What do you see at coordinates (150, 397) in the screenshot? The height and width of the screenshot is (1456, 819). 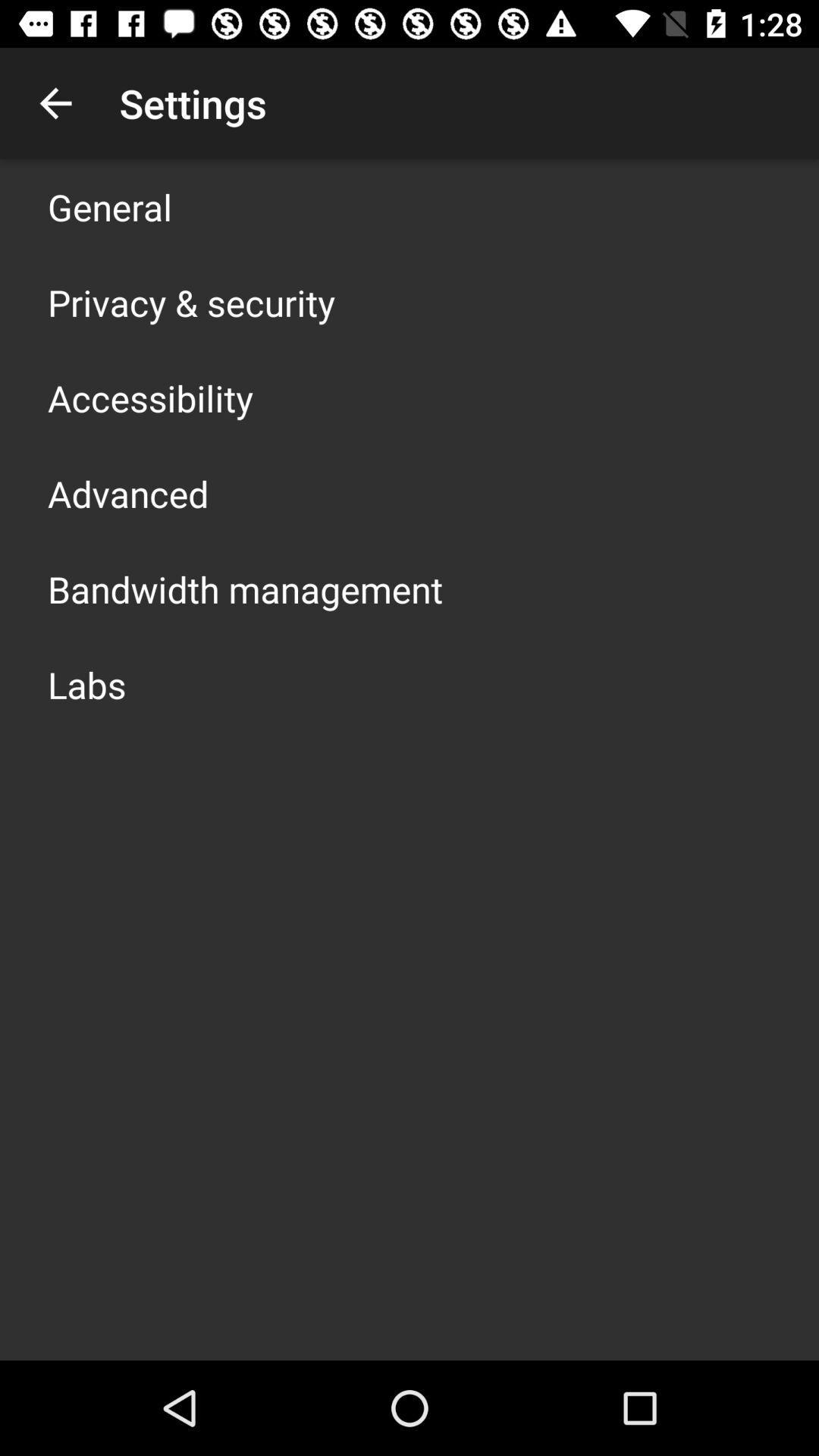 I see `the icon below the privacy & security icon` at bounding box center [150, 397].